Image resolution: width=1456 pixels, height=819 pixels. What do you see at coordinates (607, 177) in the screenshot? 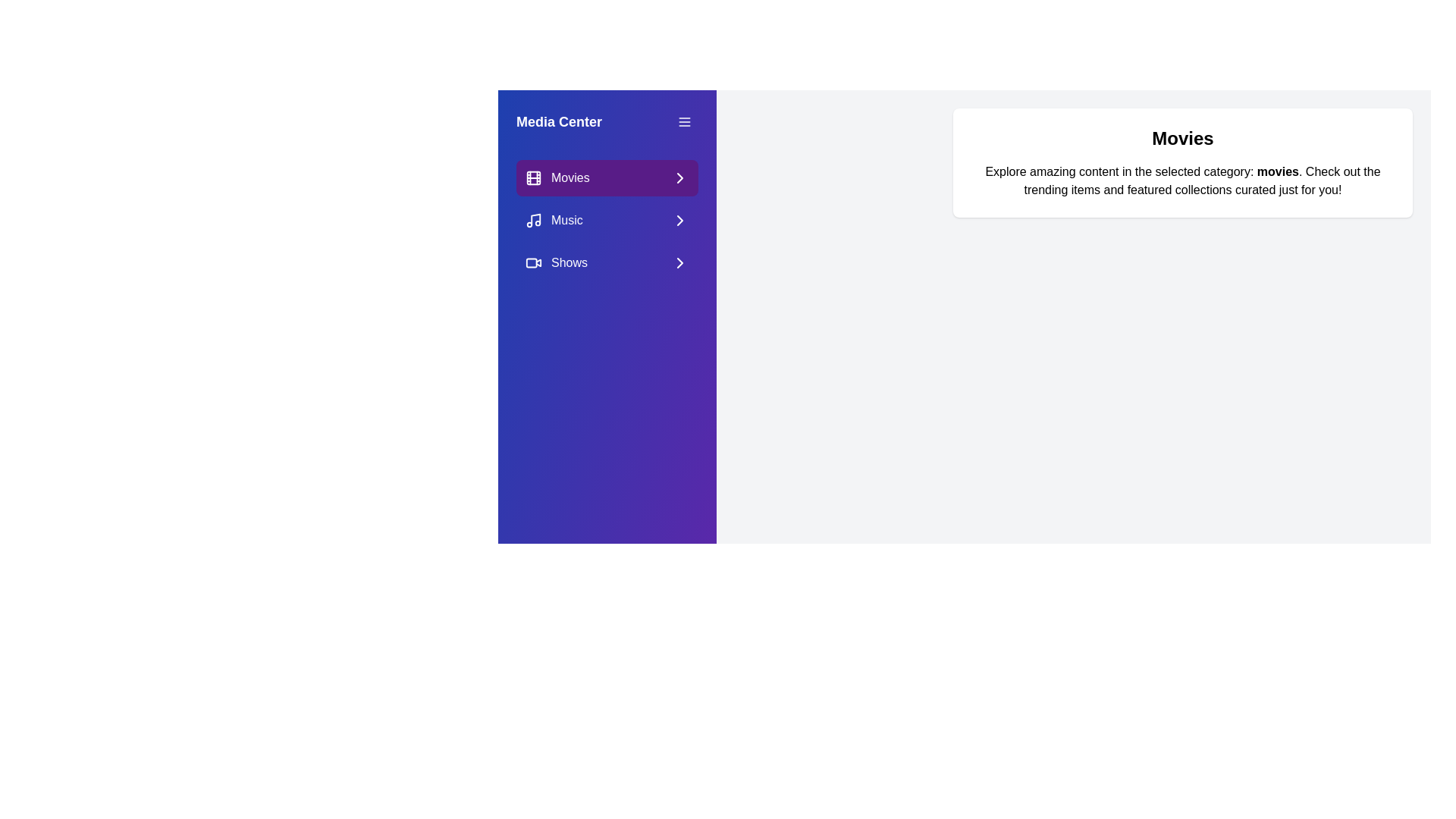
I see `the 'Movies' menu option located in the left sidebar` at bounding box center [607, 177].